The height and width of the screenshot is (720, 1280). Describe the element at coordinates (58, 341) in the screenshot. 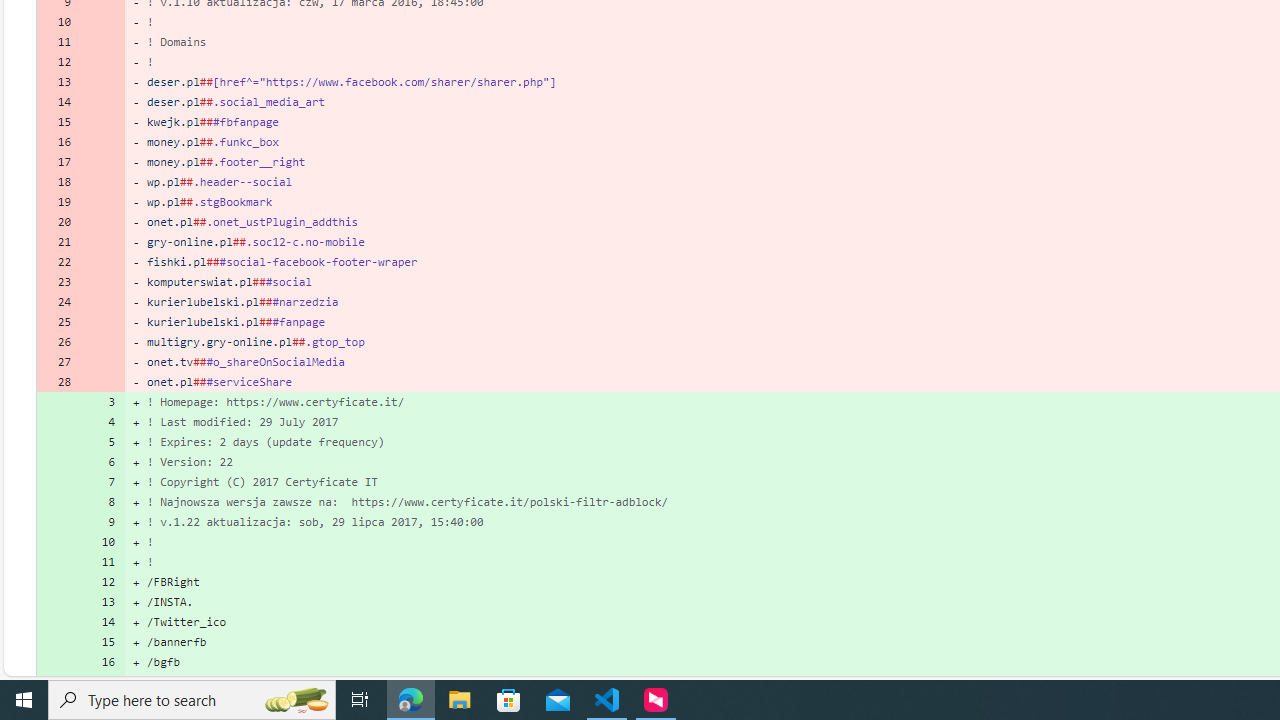

I see `'26'` at that location.